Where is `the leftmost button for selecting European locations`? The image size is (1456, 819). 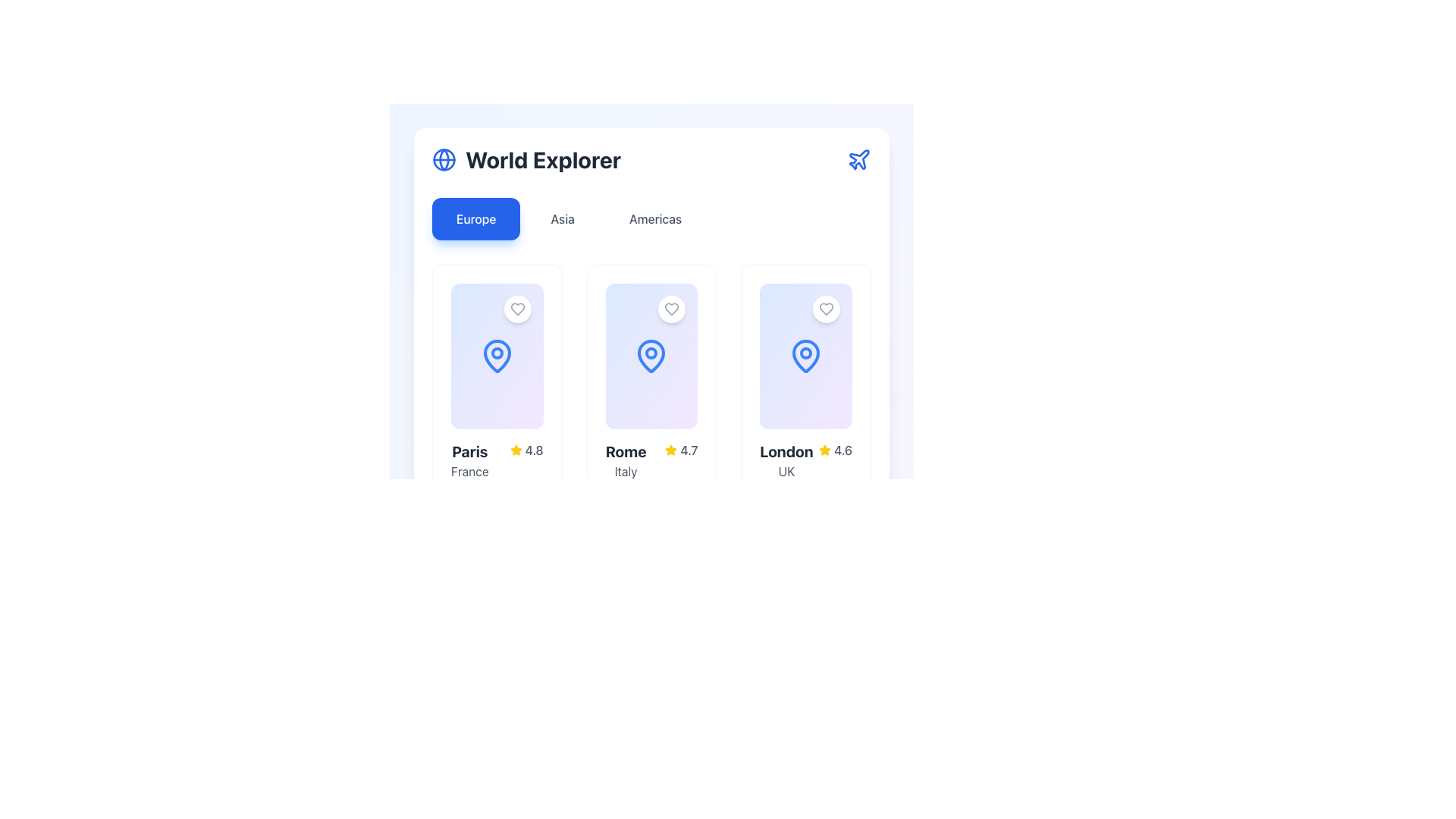
the leftmost button for selecting European locations is located at coordinates (475, 219).